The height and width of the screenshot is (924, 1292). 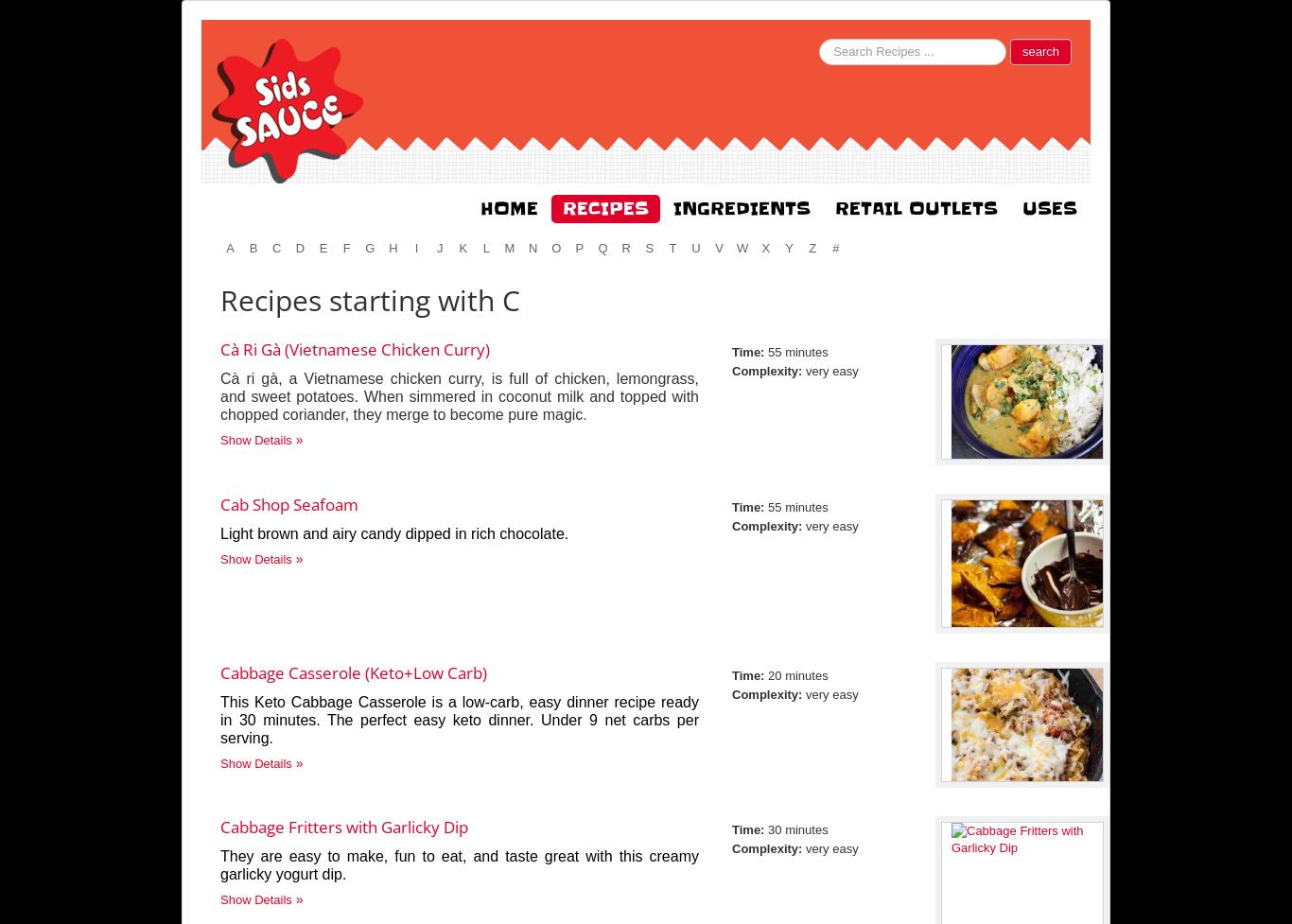 I want to click on 'f', so click(x=344, y=247).